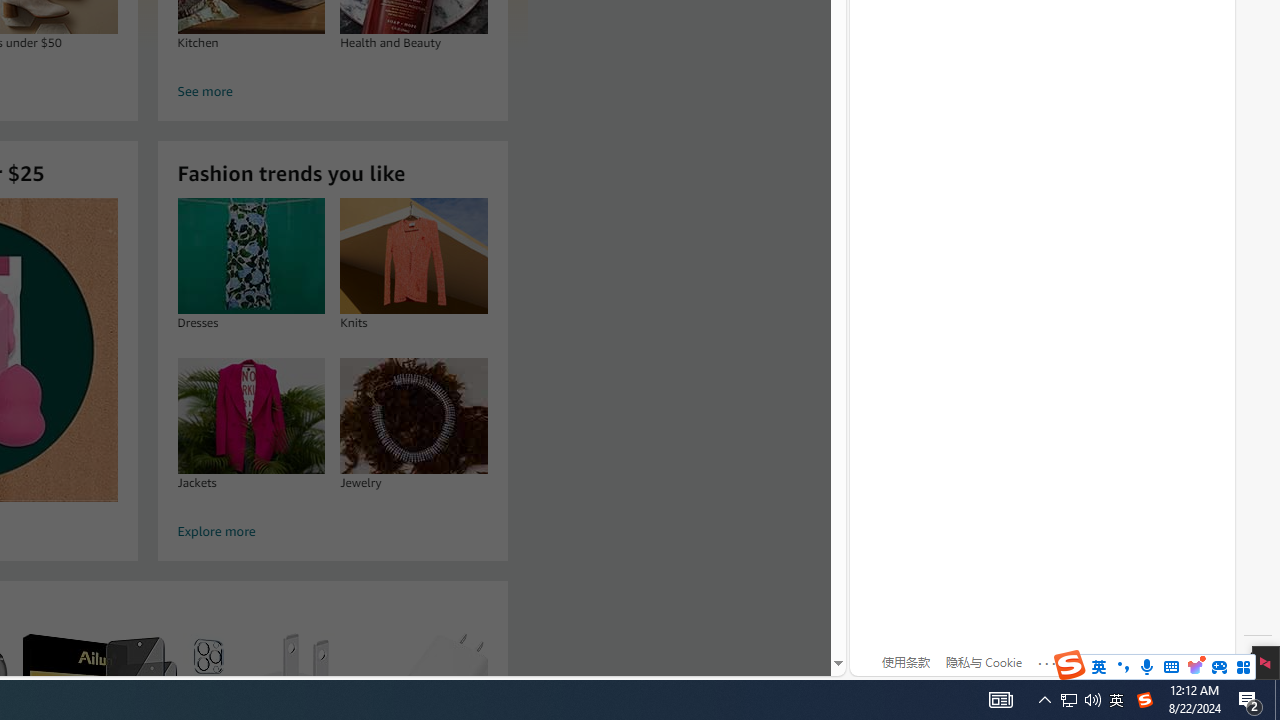 The height and width of the screenshot is (720, 1280). What do you see at coordinates (413, 414) in the screenshot?
I see `'Jewelry'` at bounding box center [413, 414].